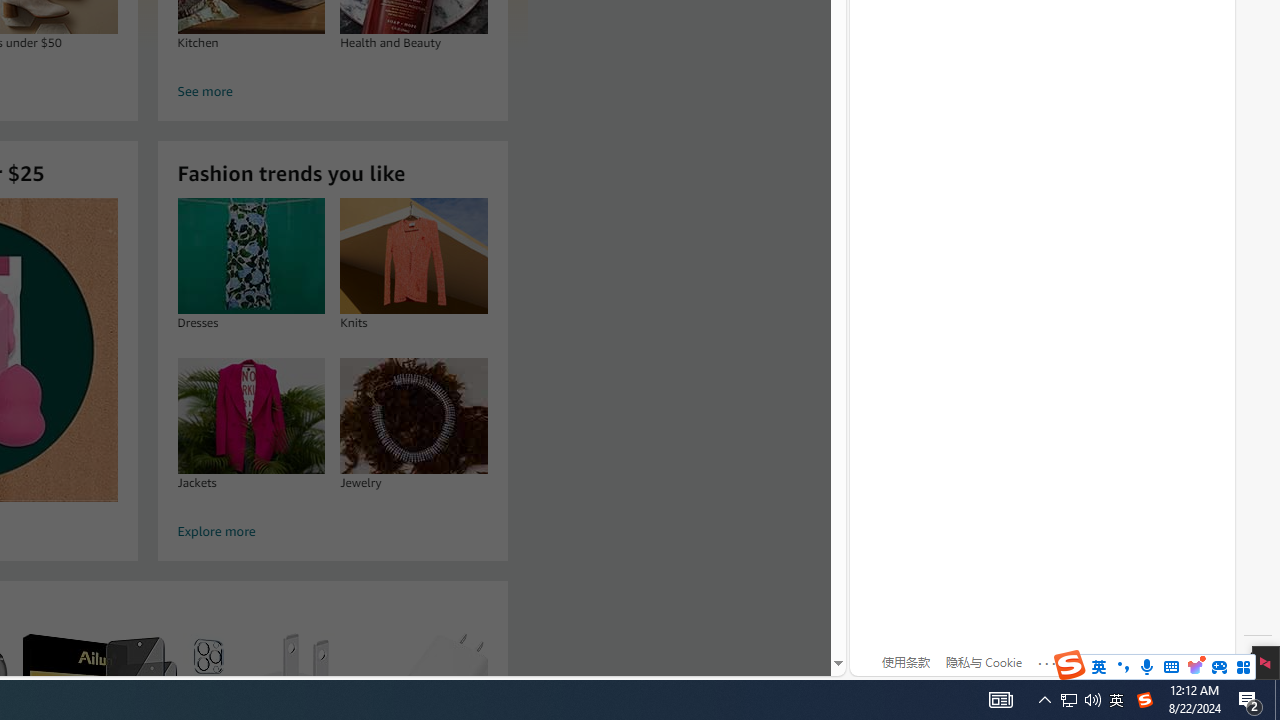 The height and width of the screenshot is (720, 1280). What do you see at coordinates (413, 414) in the screenshot?
I see `'Jewelry'` at bounding box center [413, 414].